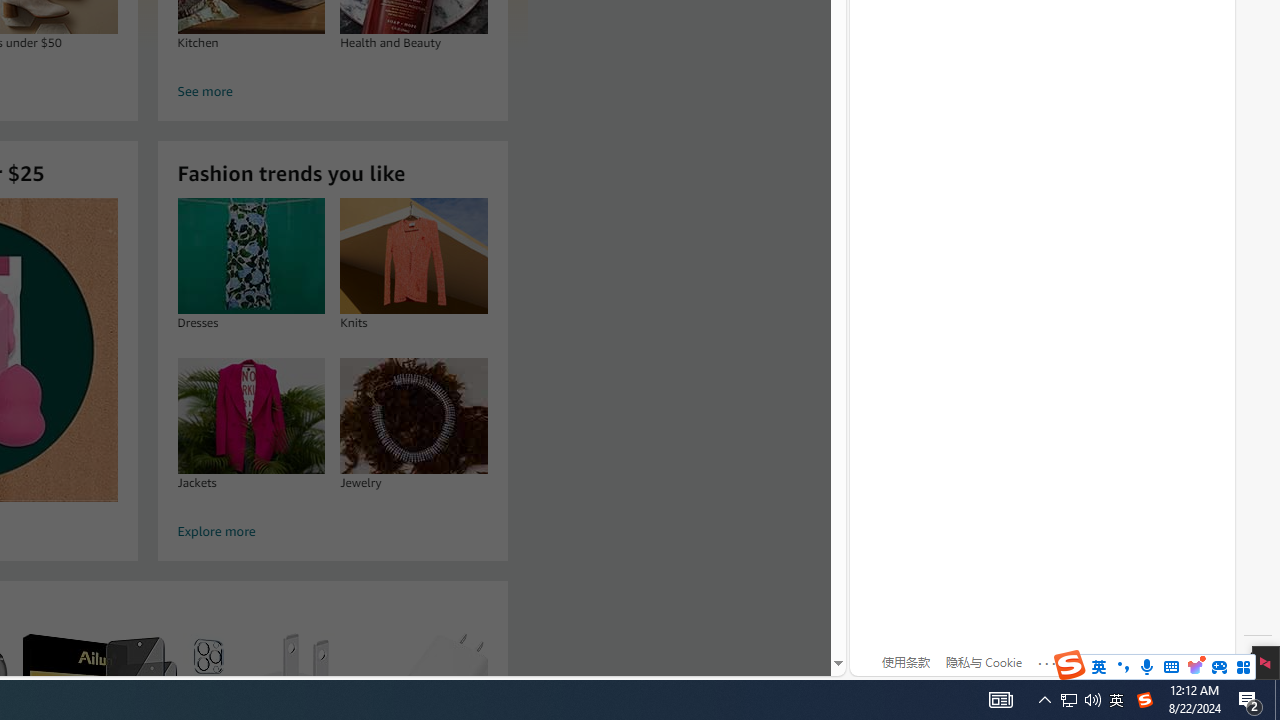 The height and width of the screenshot is (720, 1280). What do you see at coordinates (413, 414) in the screenshot?
I see `'Jewelry'` at bounding box center [413, 414].